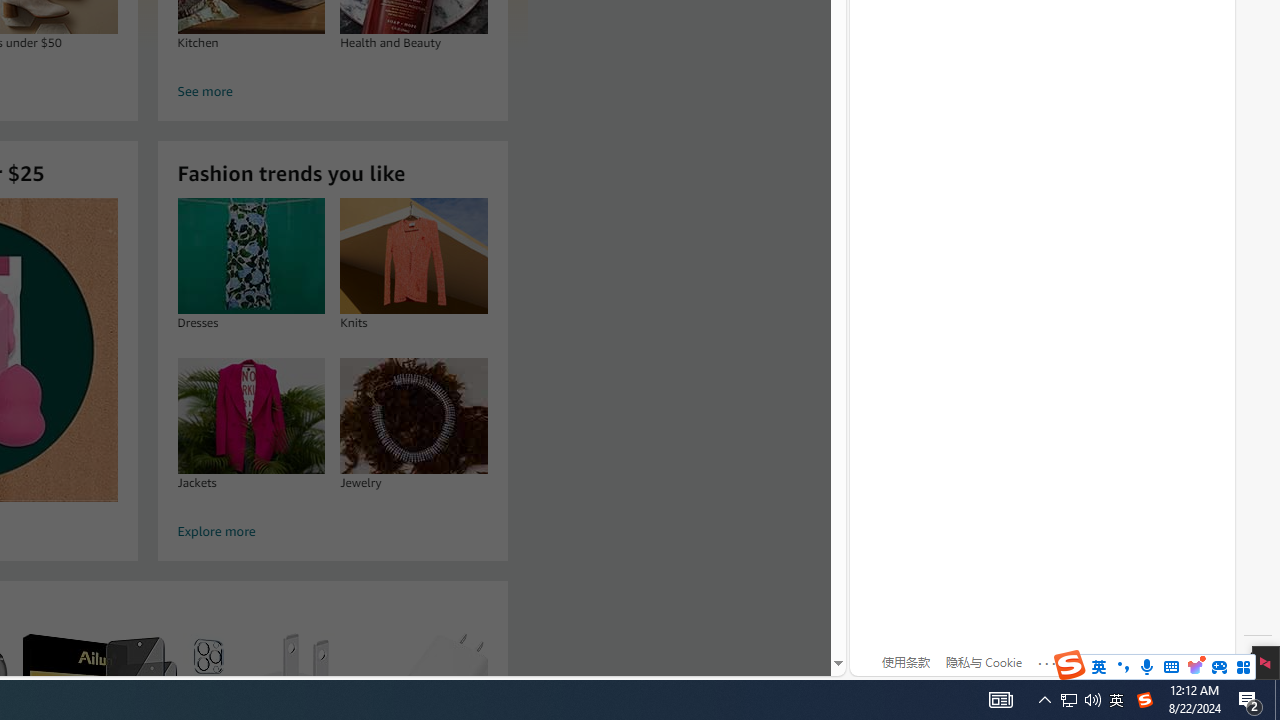 The height and width of the screenshot is (720, 1280). What do you see at coordinates (413, 414) in the screenshot?
I see `'Jewelry'` at bounding box center [413, 414].